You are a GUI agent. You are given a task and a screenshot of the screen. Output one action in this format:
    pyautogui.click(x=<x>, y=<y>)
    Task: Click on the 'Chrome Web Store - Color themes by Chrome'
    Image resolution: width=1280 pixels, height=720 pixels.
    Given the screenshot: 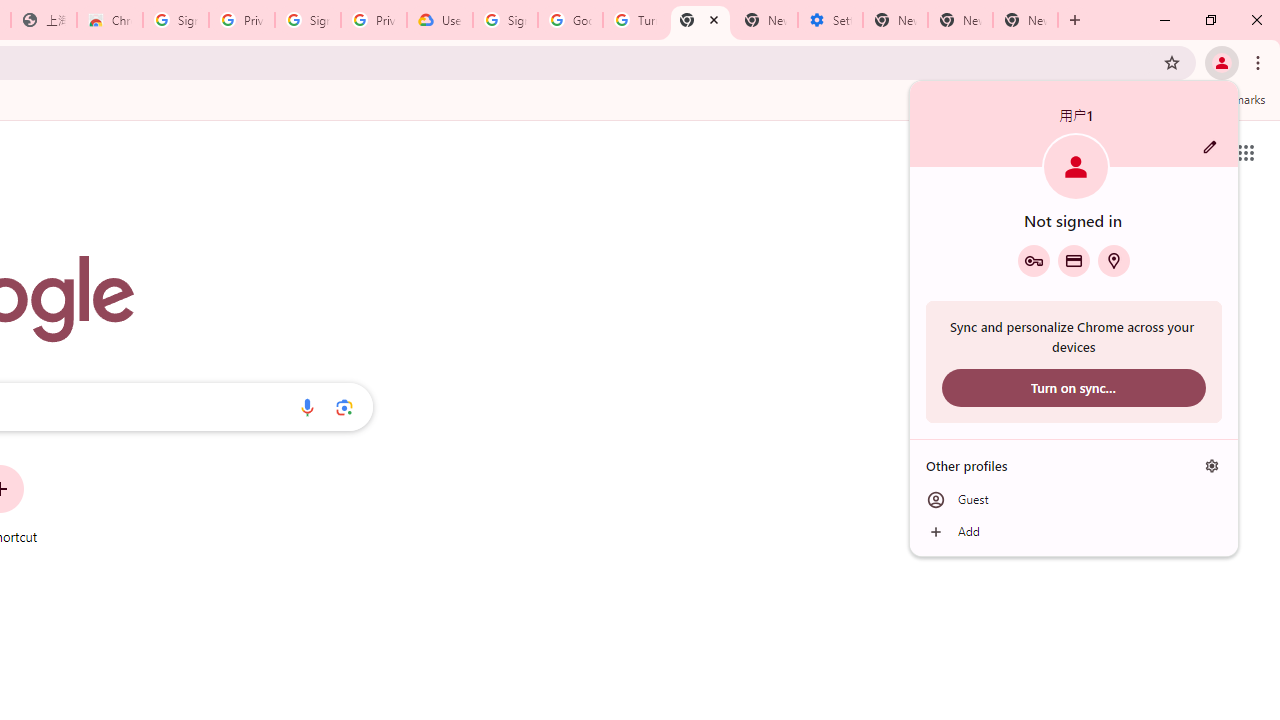 What is the action you would take?
    pyautogui.click(x=109, y=20)
    